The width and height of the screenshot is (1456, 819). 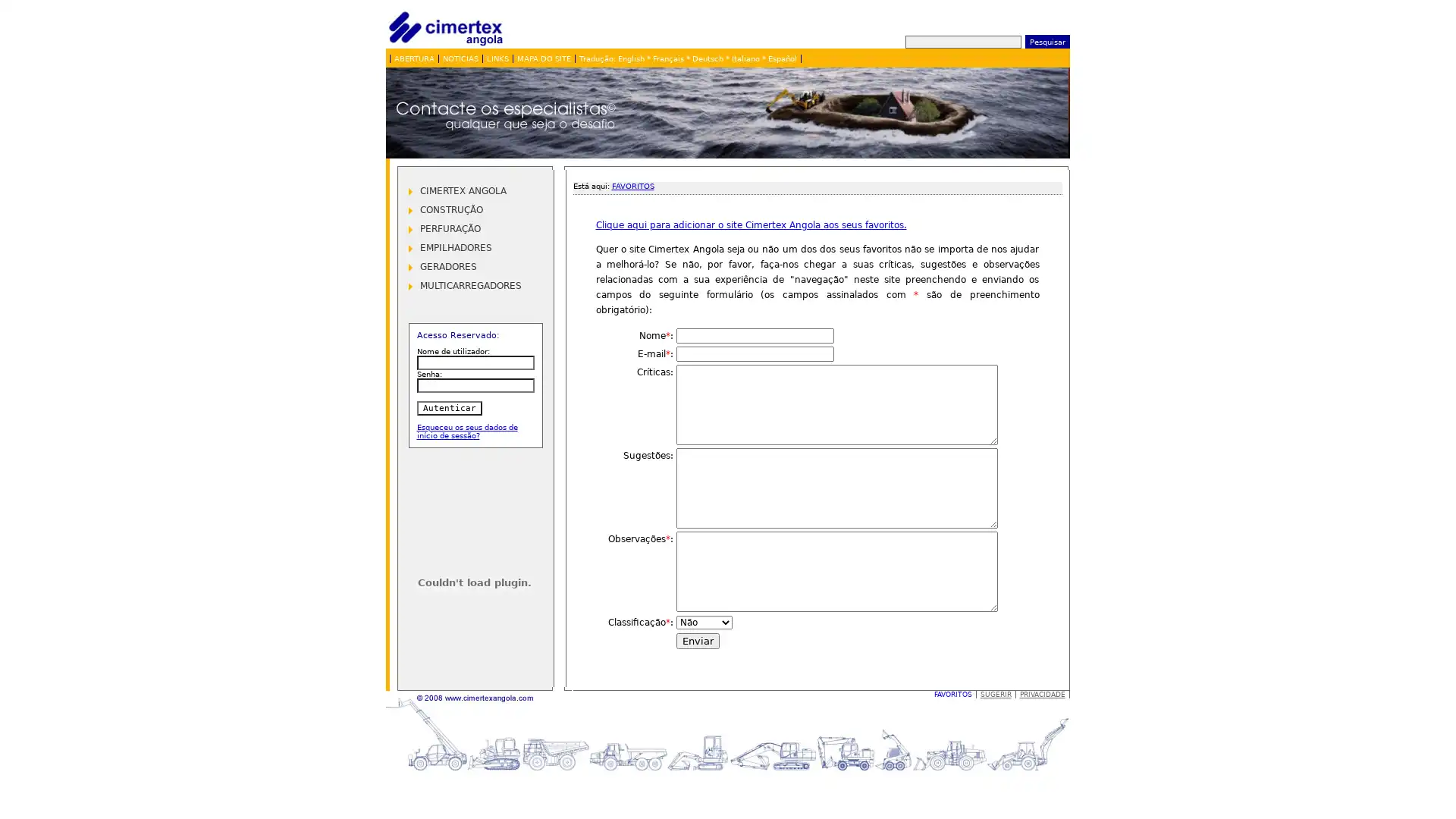 What do you see at coordinates (447, 407) in the screenshot?
I see `Autenticar` at bounding box center [447, 407].